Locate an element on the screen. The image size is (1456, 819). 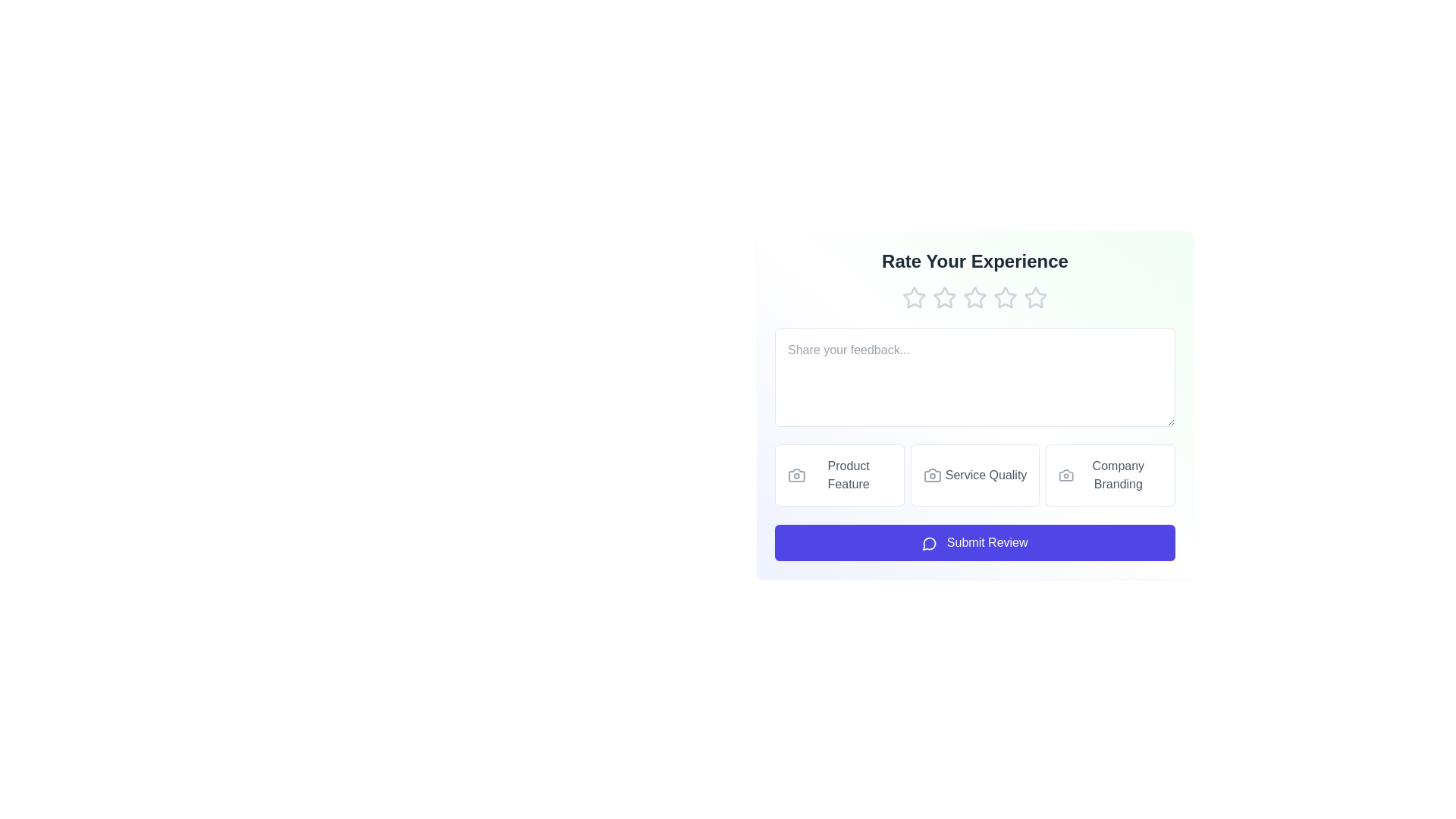
the star corresponding to the rating 4 to set it is located at coordinates (1005, 298).